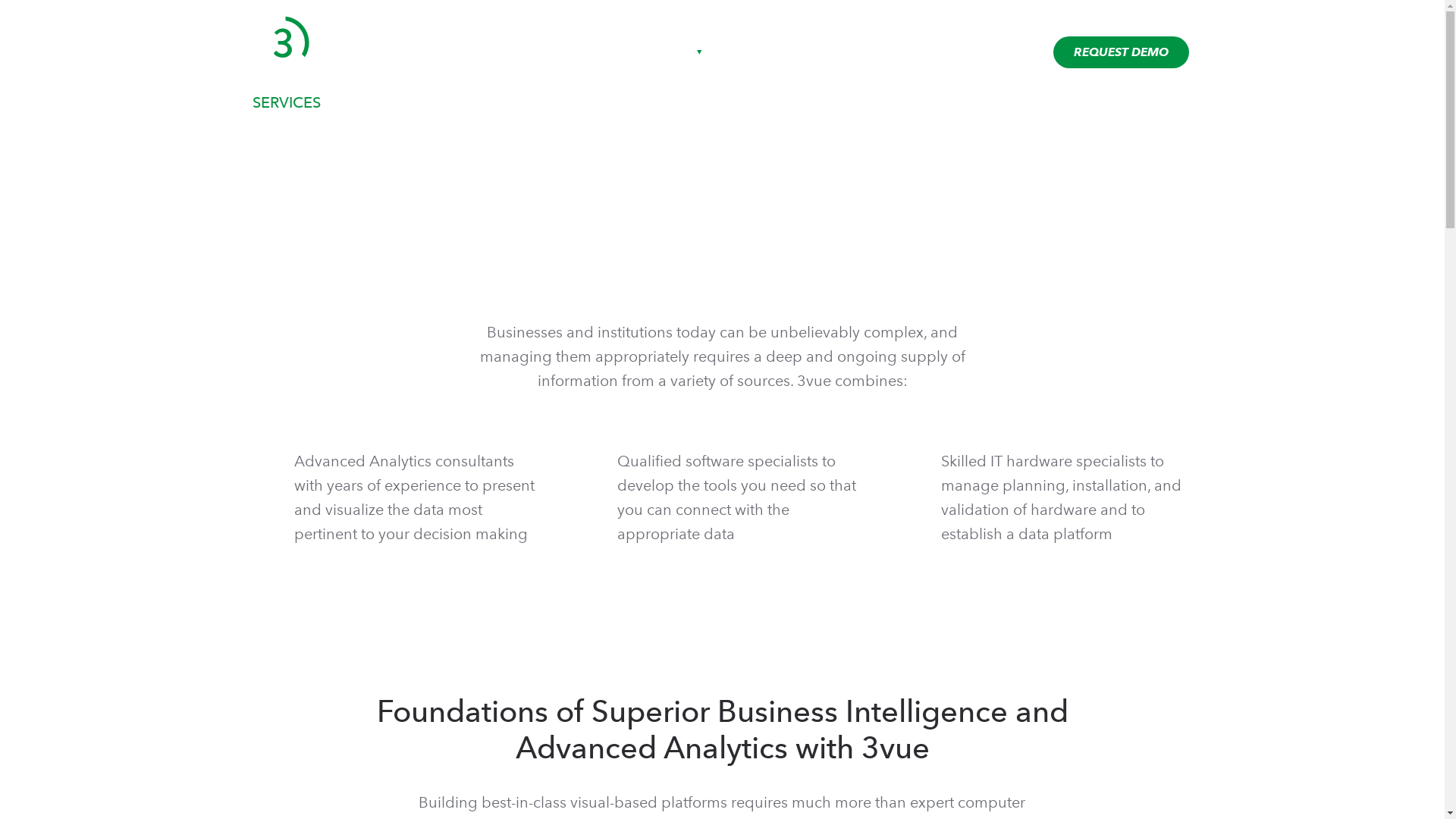 This screenshot has height=819, width=1456. Describe the element at coordinates (748, 52) in the screenshot. I see `'Services'` at that location.